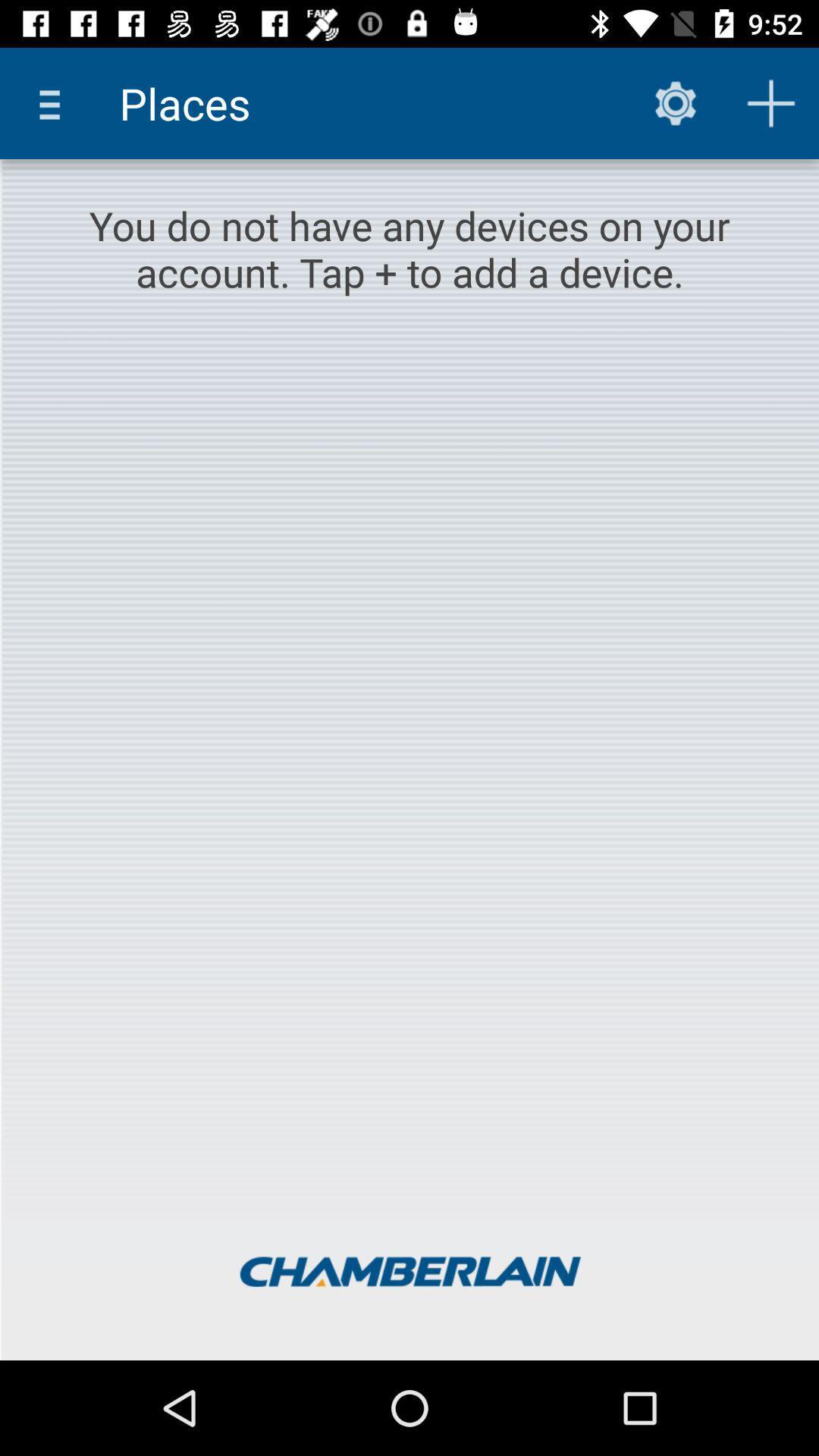  Describe the element at coordinates (55, 102) in the screenshot. I see `app to the left of places app` at that location.